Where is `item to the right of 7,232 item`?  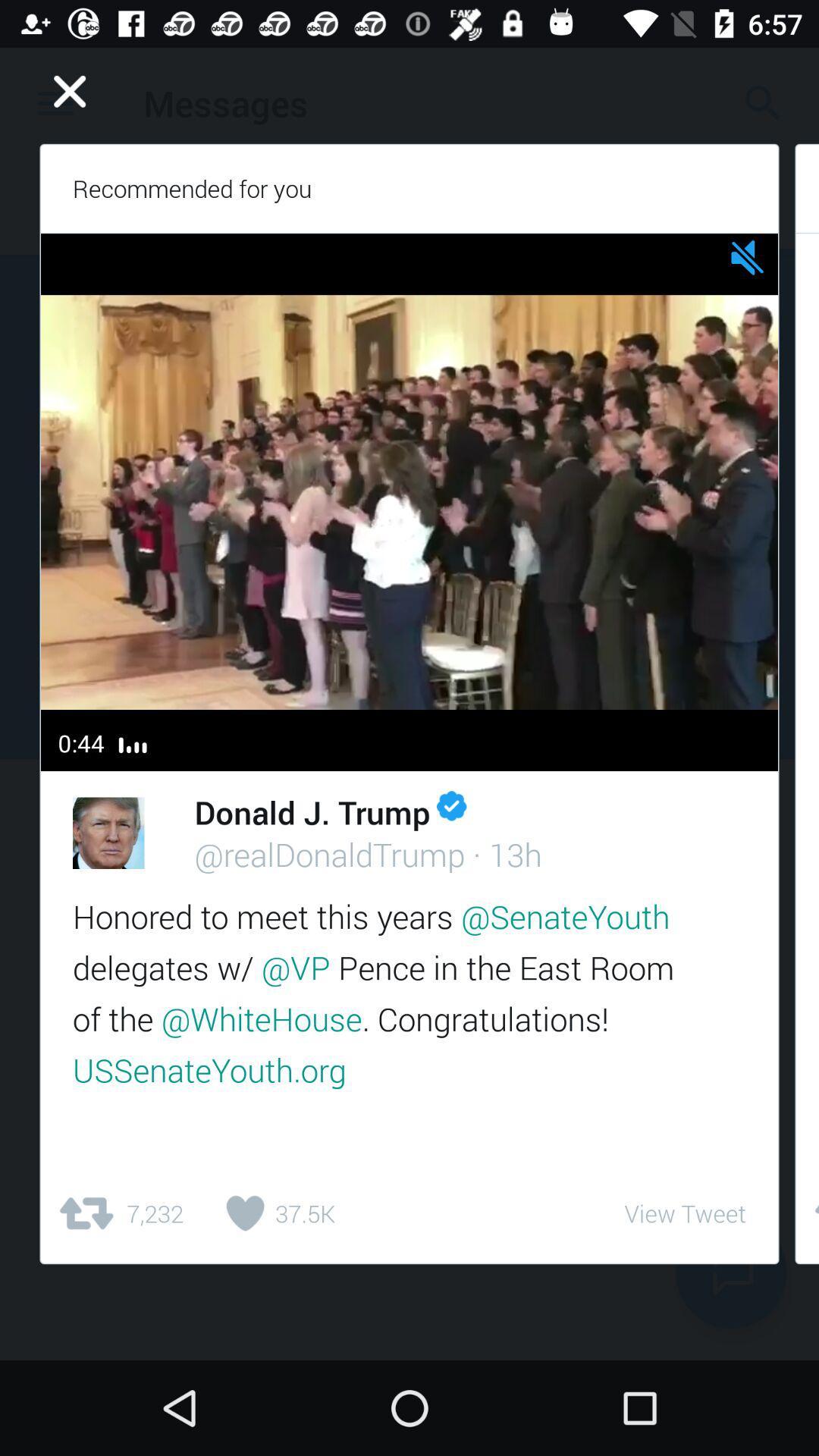
item to the right of 7,232 item is located at coordinates (275, 1213).